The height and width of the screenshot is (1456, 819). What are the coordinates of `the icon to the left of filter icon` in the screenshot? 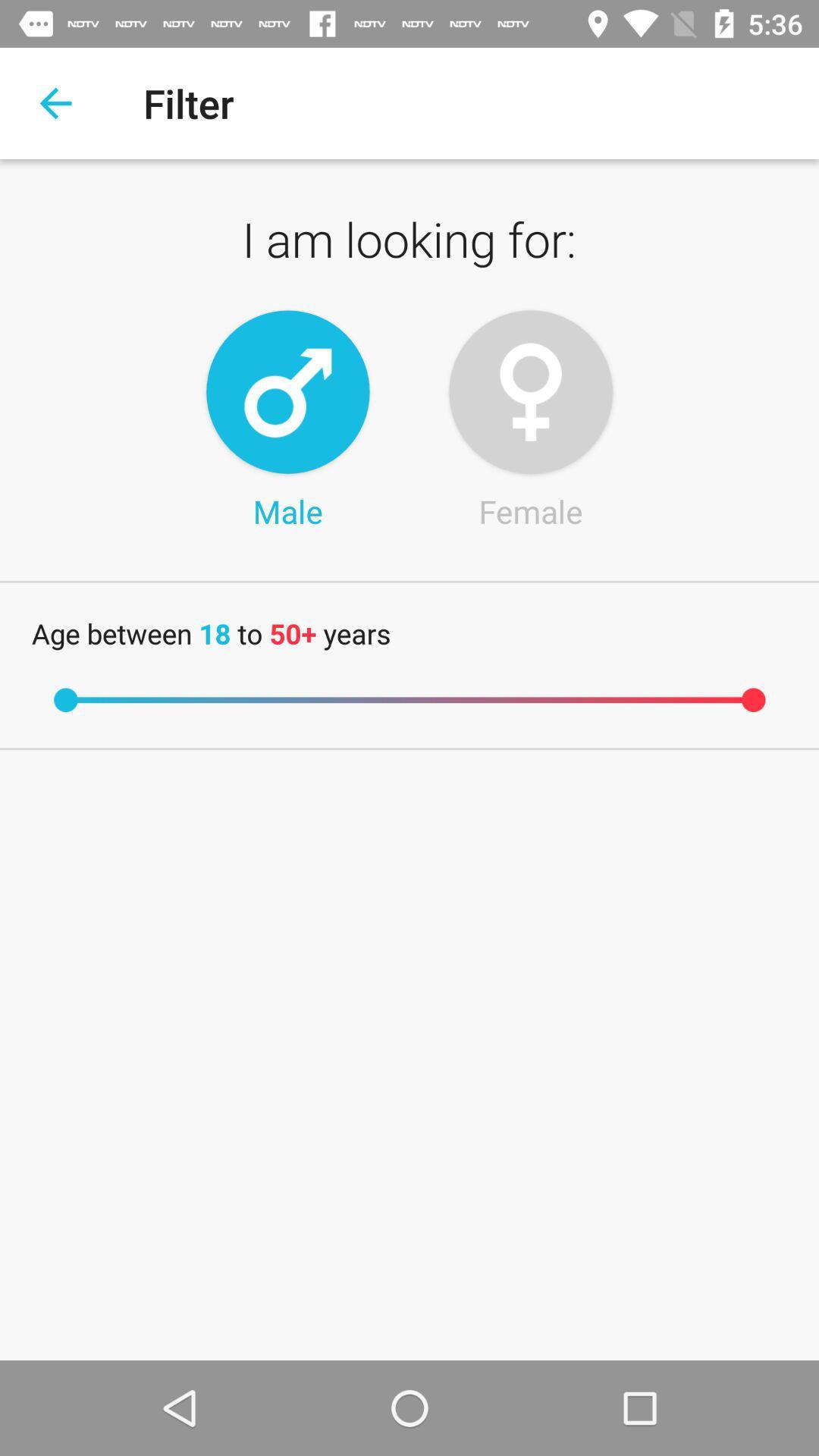 It's located at (55, 102).